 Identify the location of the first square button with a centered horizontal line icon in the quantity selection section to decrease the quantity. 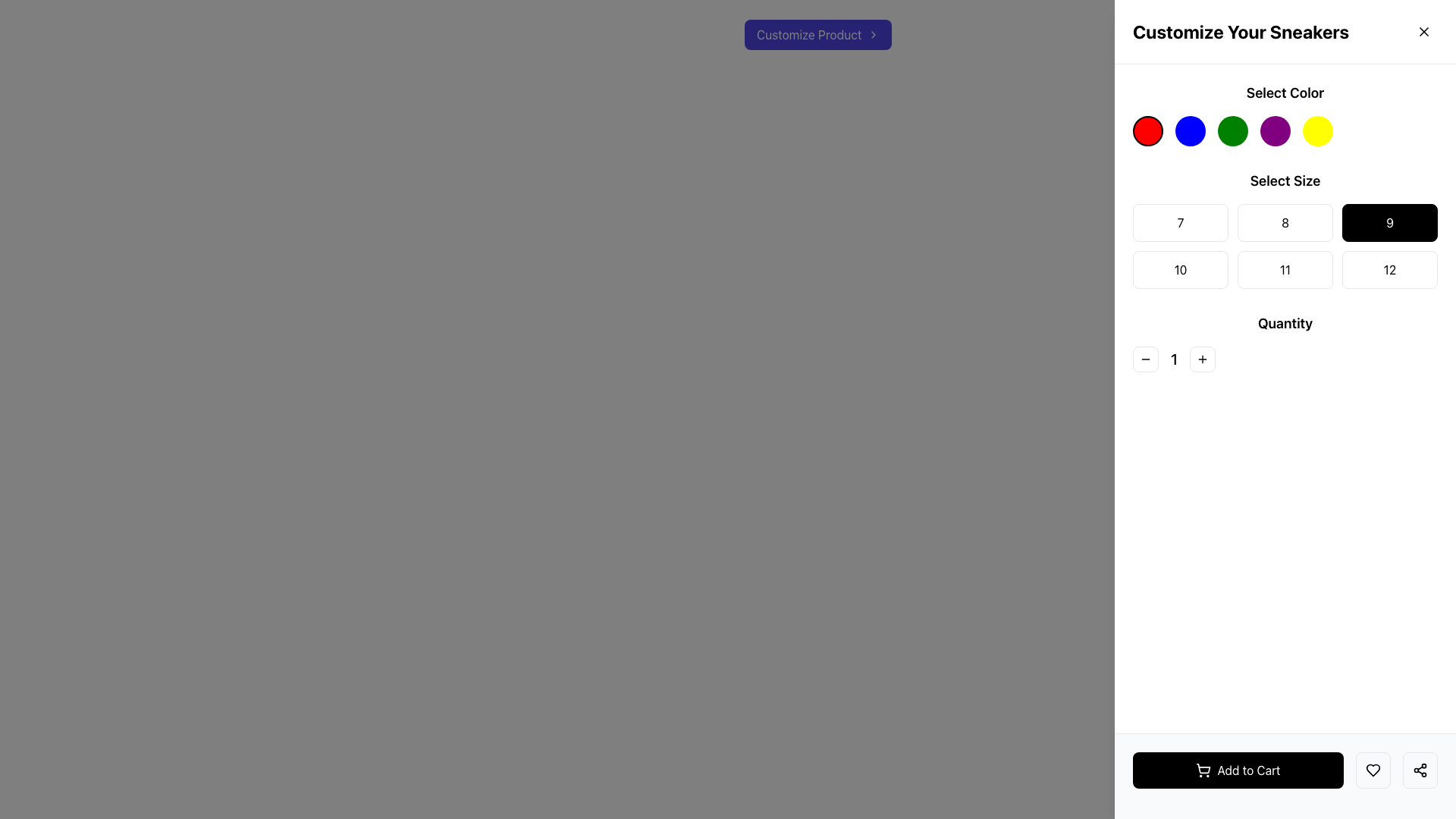
(1146, 359).